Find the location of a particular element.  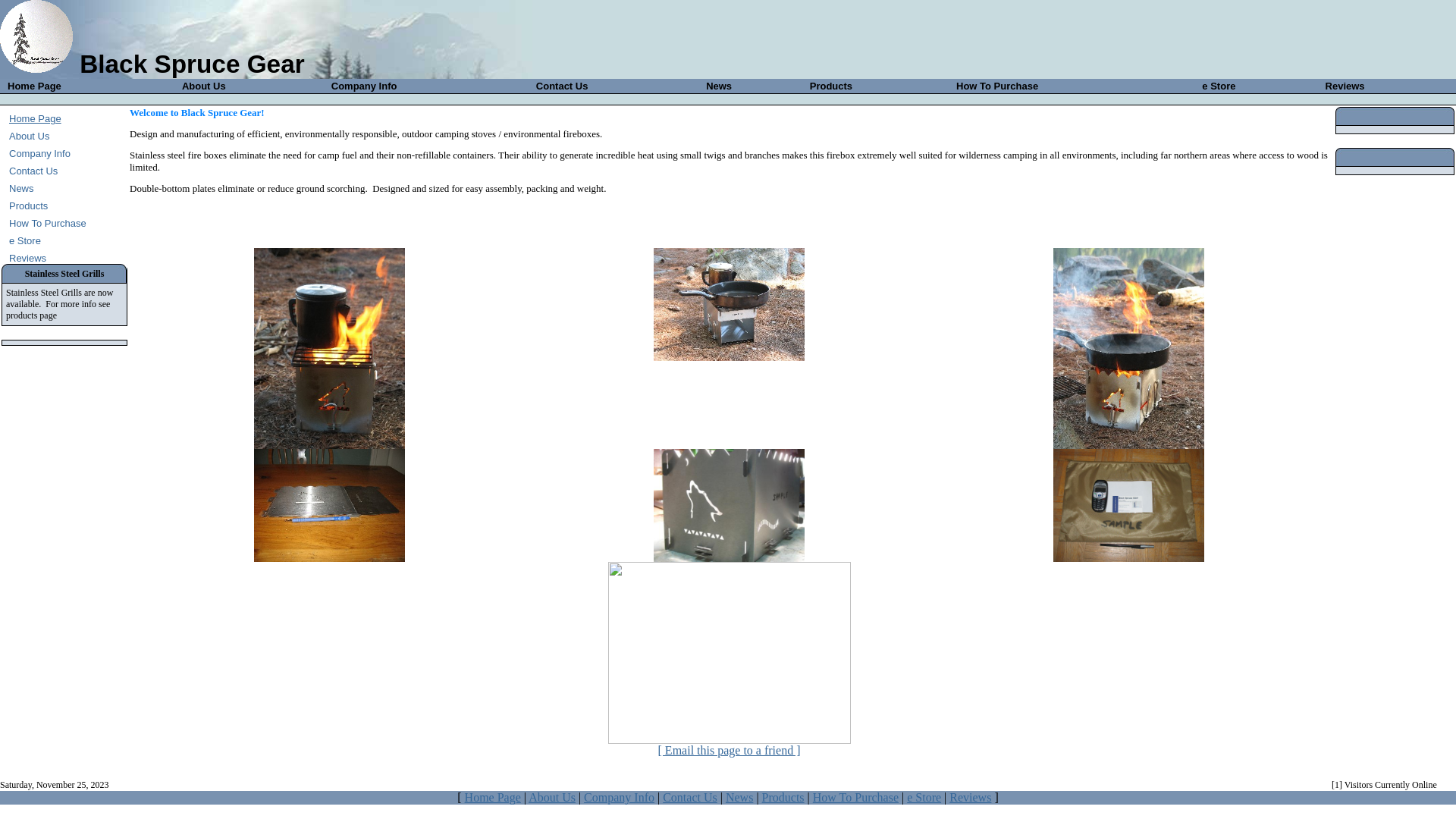

'Home Page' is located at coordinates (9, 118).